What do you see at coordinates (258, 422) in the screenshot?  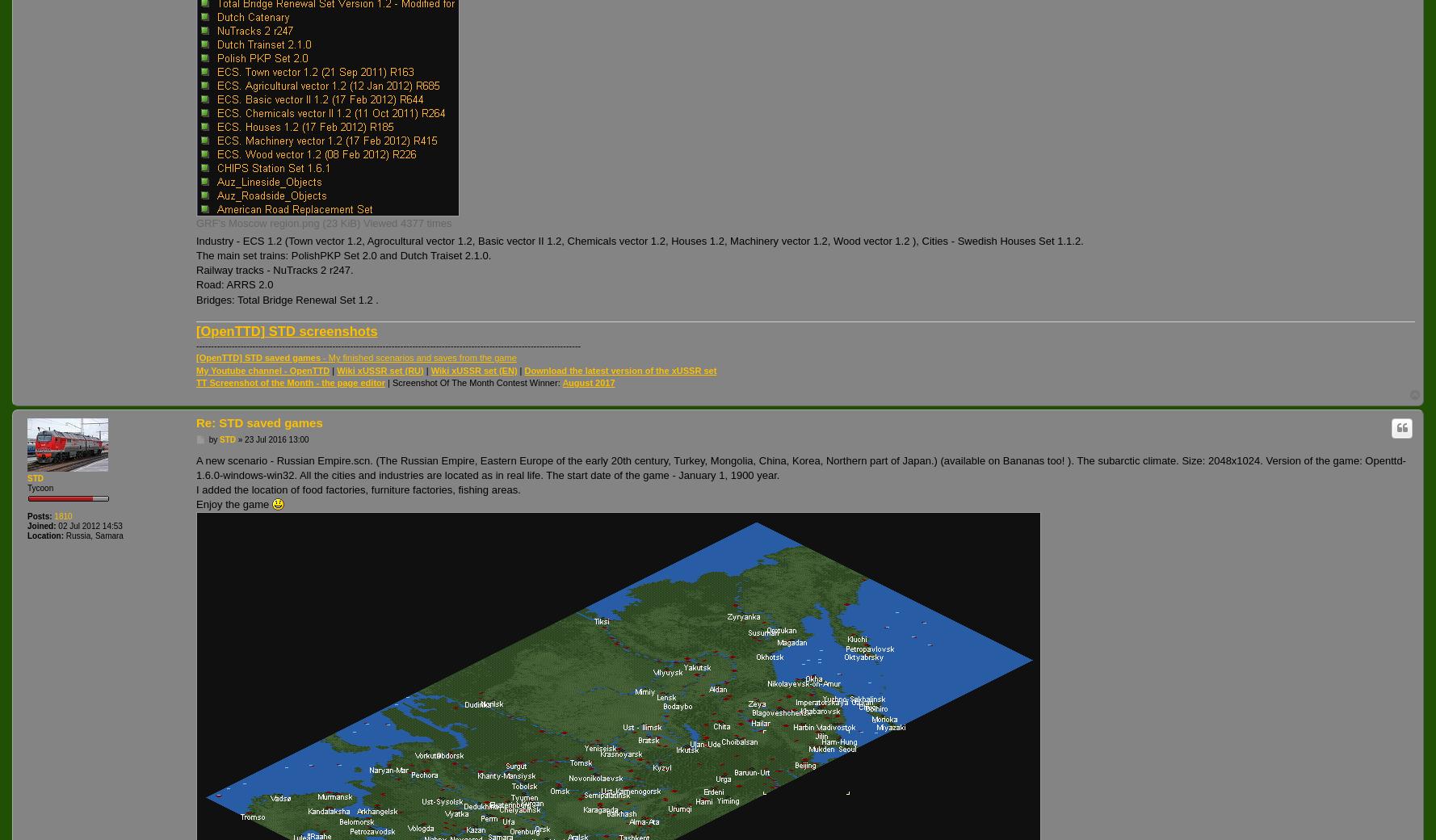 I see `'Re: STD saved games'` at bounding box center [258, 422].